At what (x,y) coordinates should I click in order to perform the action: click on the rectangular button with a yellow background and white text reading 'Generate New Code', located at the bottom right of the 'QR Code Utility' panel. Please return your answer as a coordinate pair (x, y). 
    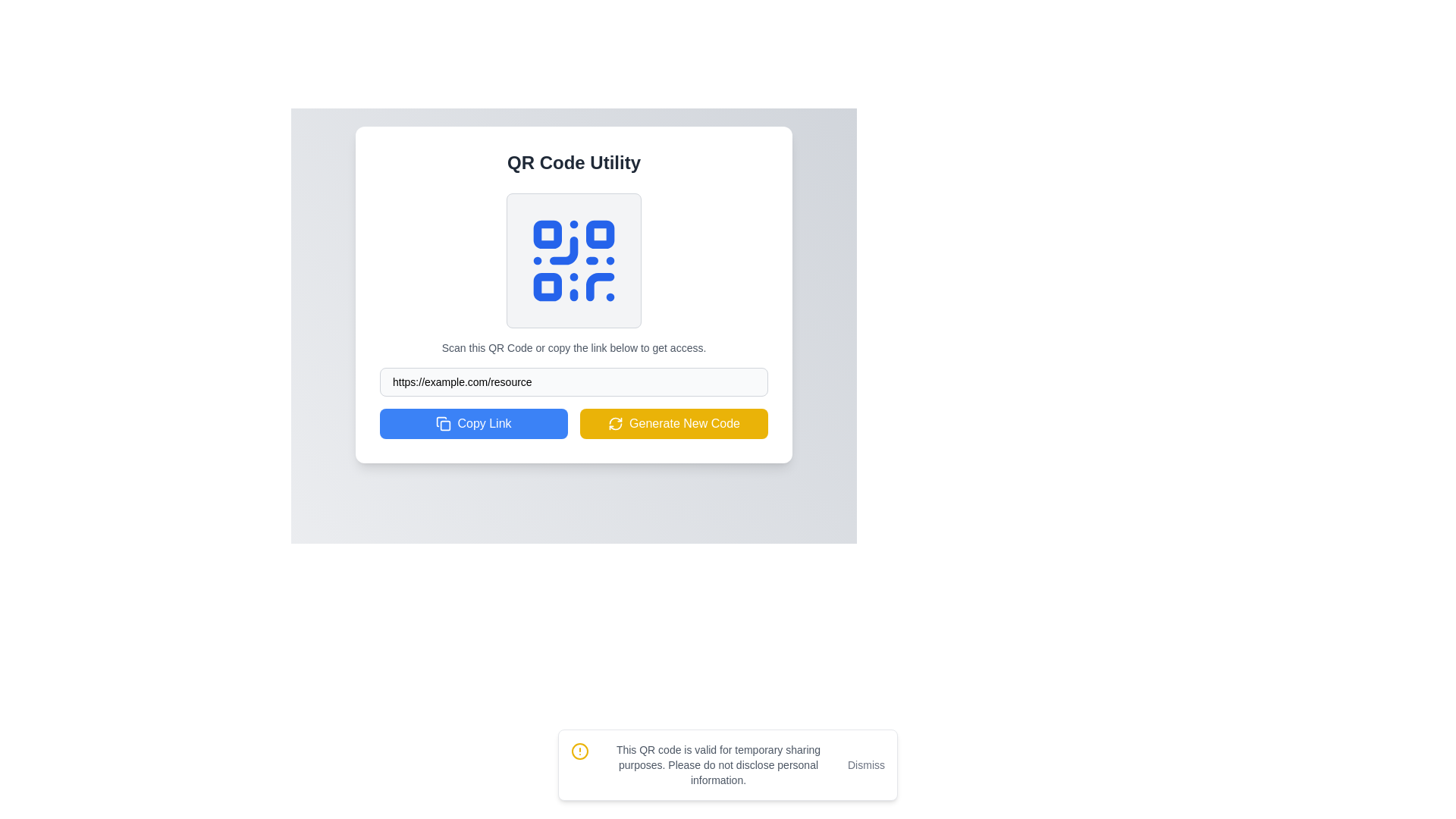
    Looking at the image, I should click on (673, 424).